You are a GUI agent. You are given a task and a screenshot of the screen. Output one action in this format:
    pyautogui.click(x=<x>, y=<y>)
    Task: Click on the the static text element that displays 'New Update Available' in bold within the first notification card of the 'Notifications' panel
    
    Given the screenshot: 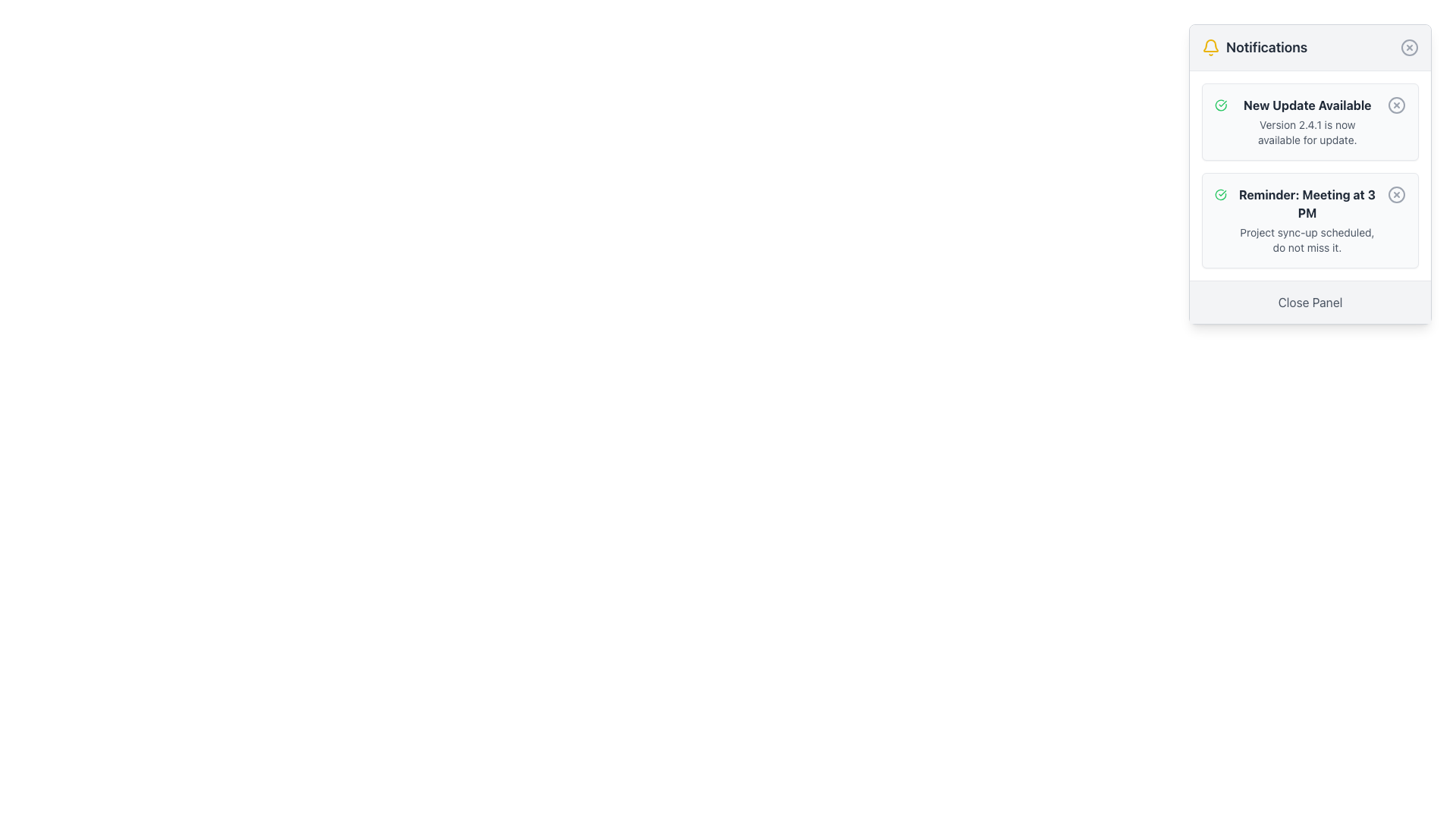 What is the action you would take?
    pyautogui.click(x=1307, y=104)
    